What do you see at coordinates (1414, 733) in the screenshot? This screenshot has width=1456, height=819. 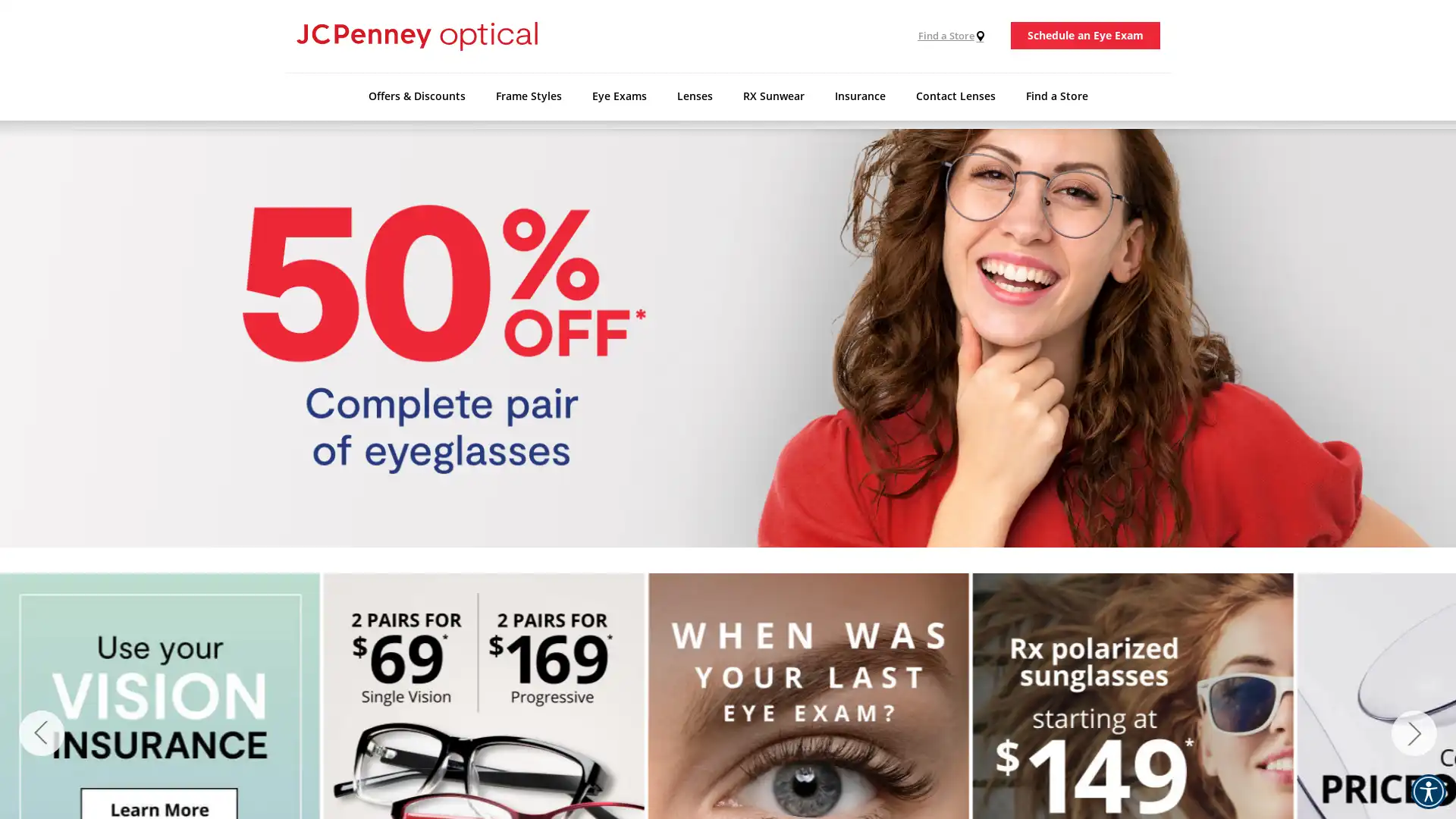 I see `next` at bounding box center [1414, 733].